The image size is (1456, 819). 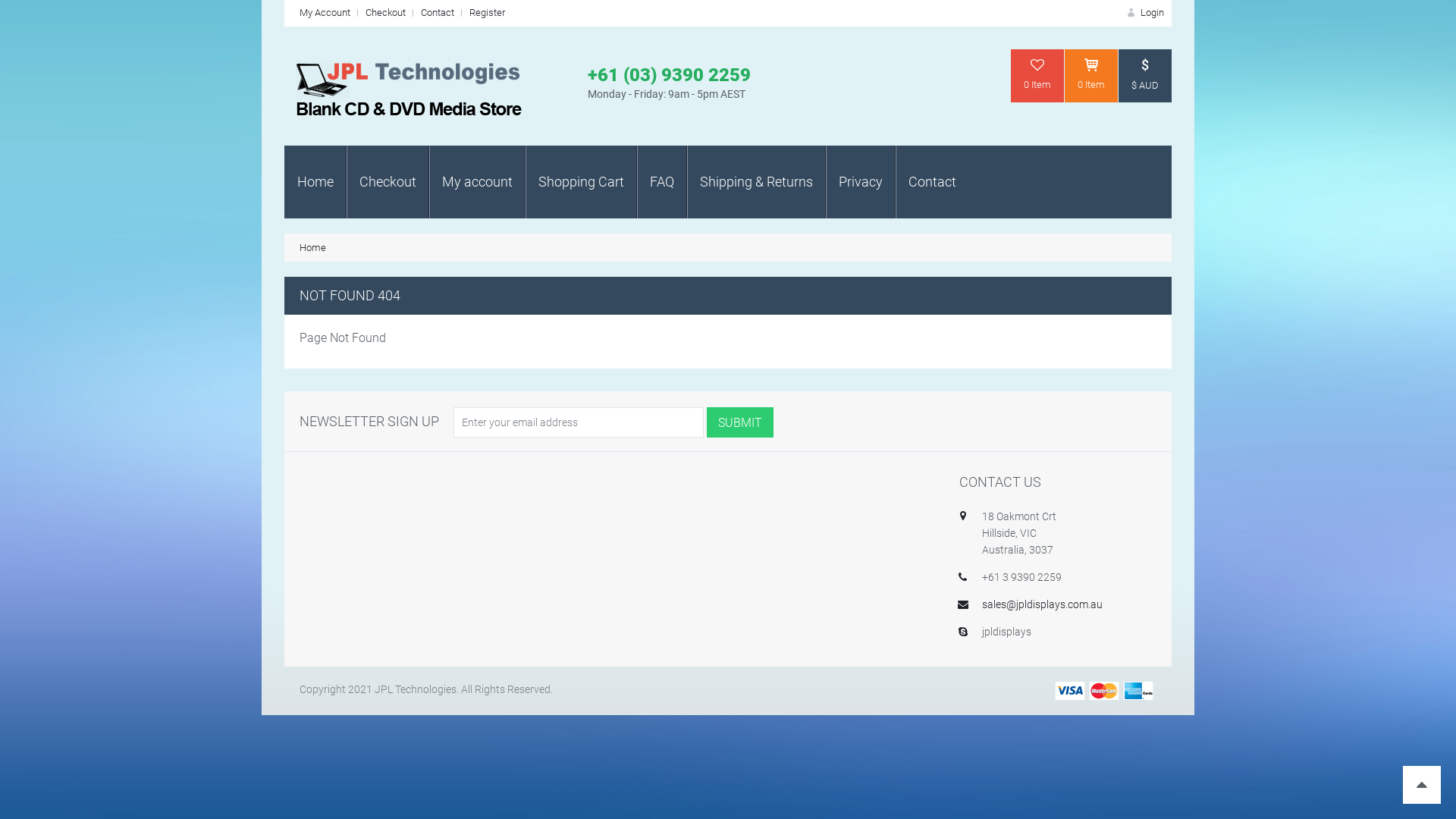 What do you see at coordinates (825, 180) in the screenshot?
I see `'Privacy'` at bounding box center [825, 180].